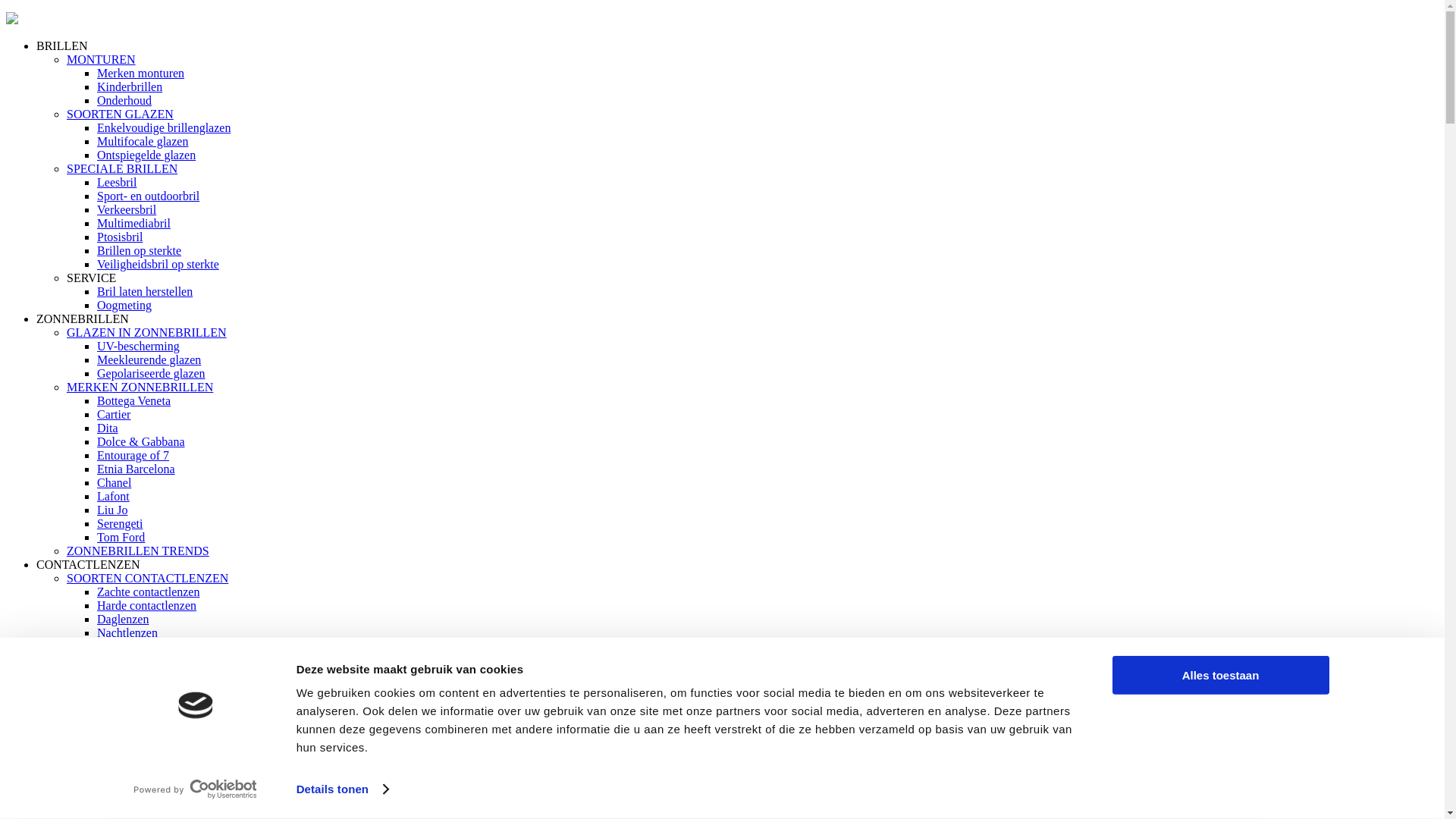 The width and height of the screenshot is (1456, 819). I want to click on 'Maandlenzen', so click(130, 673).